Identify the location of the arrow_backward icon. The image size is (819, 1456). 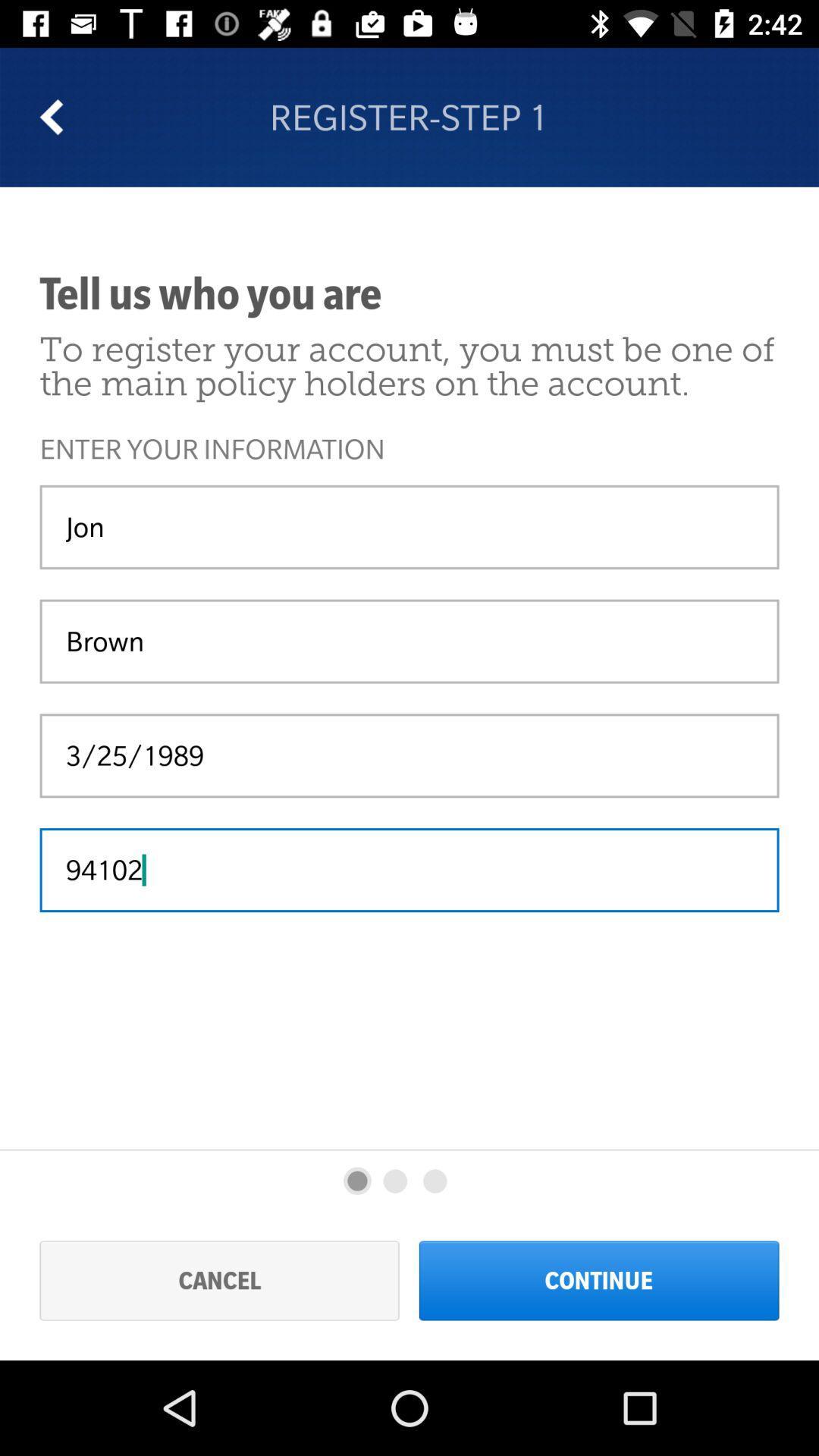
(61, 116).